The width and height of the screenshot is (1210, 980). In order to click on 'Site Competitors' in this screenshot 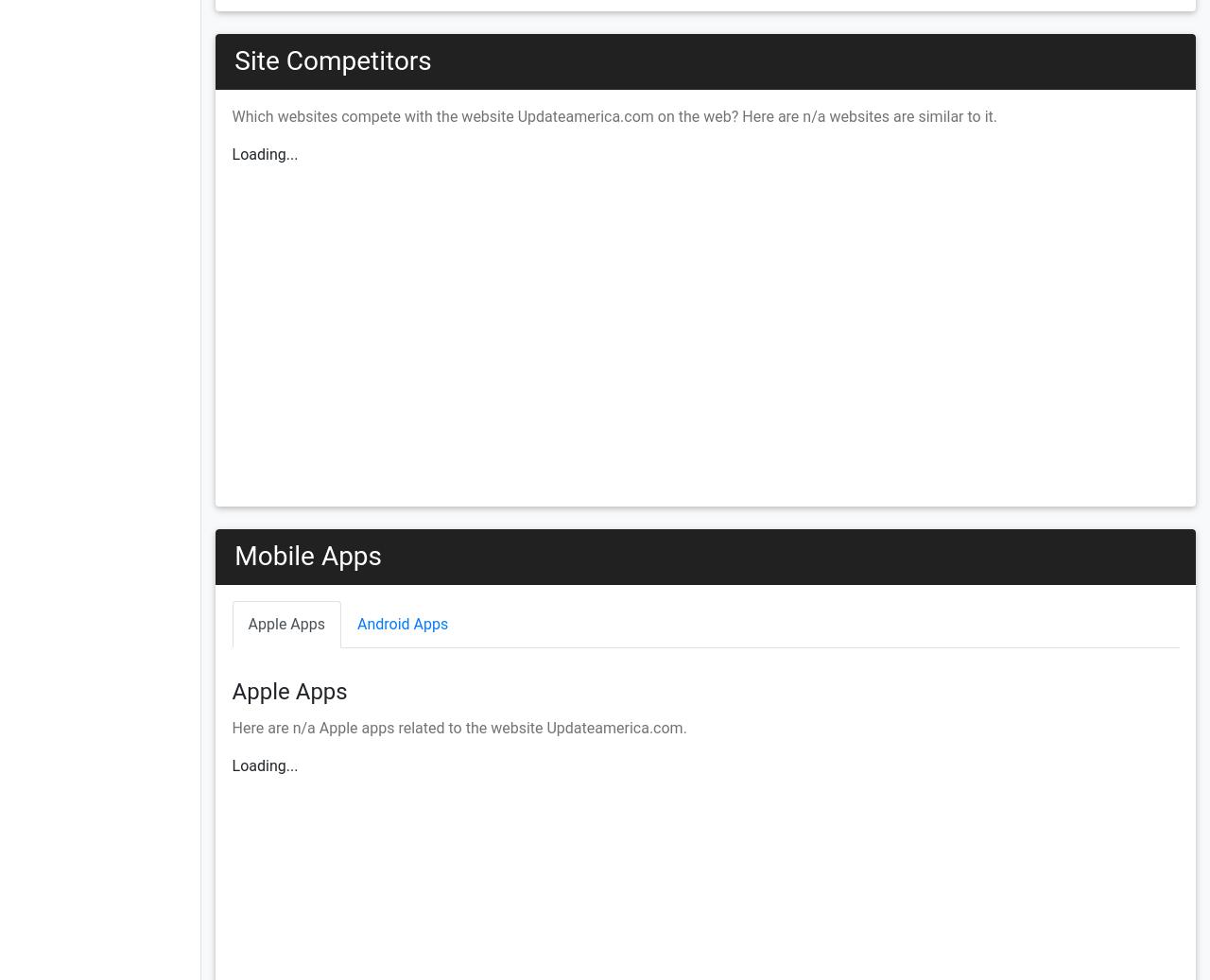, I will do `click(233, 60)`.